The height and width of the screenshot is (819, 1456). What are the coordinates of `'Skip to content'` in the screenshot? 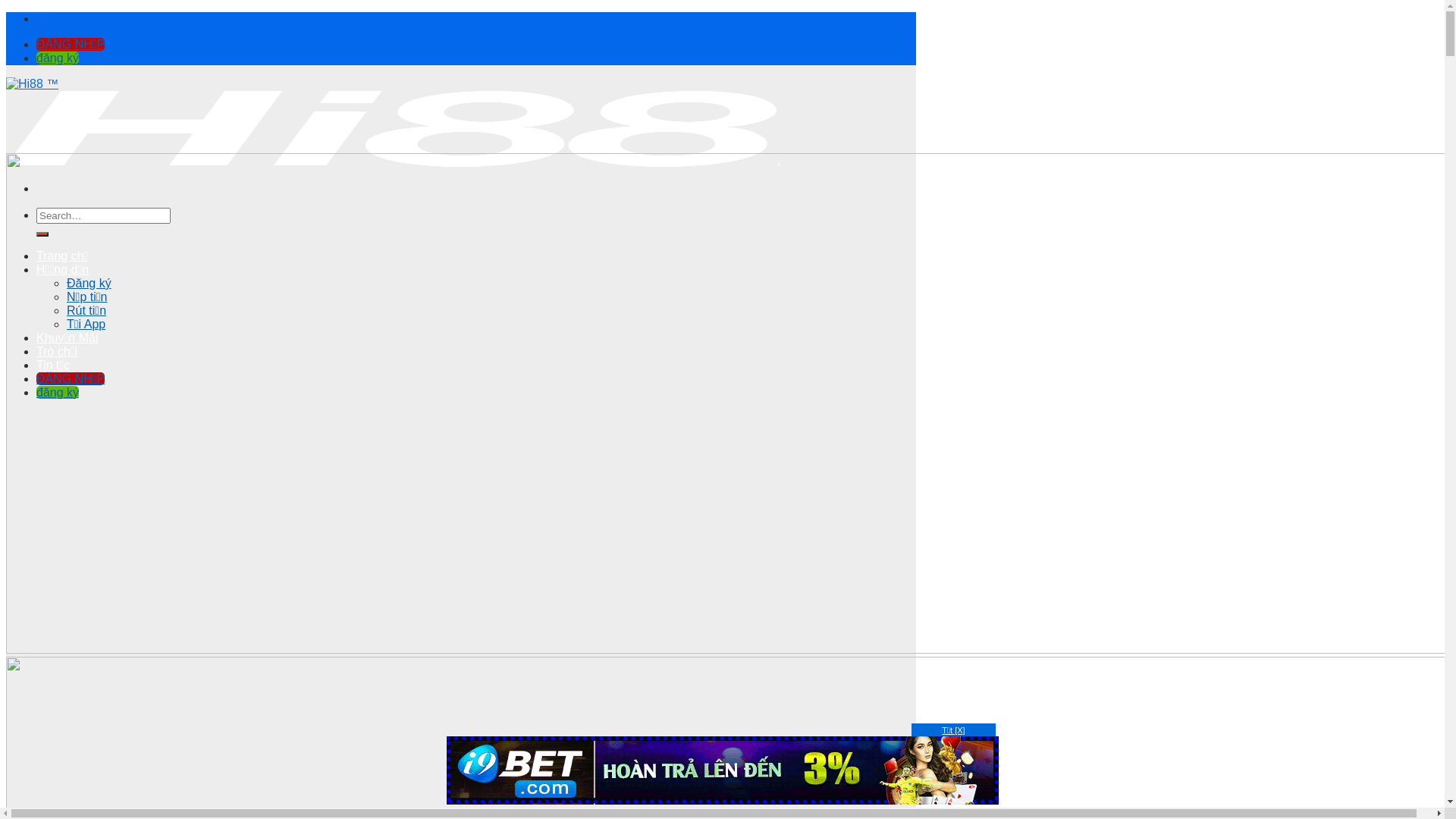 It's located at (5, 11).